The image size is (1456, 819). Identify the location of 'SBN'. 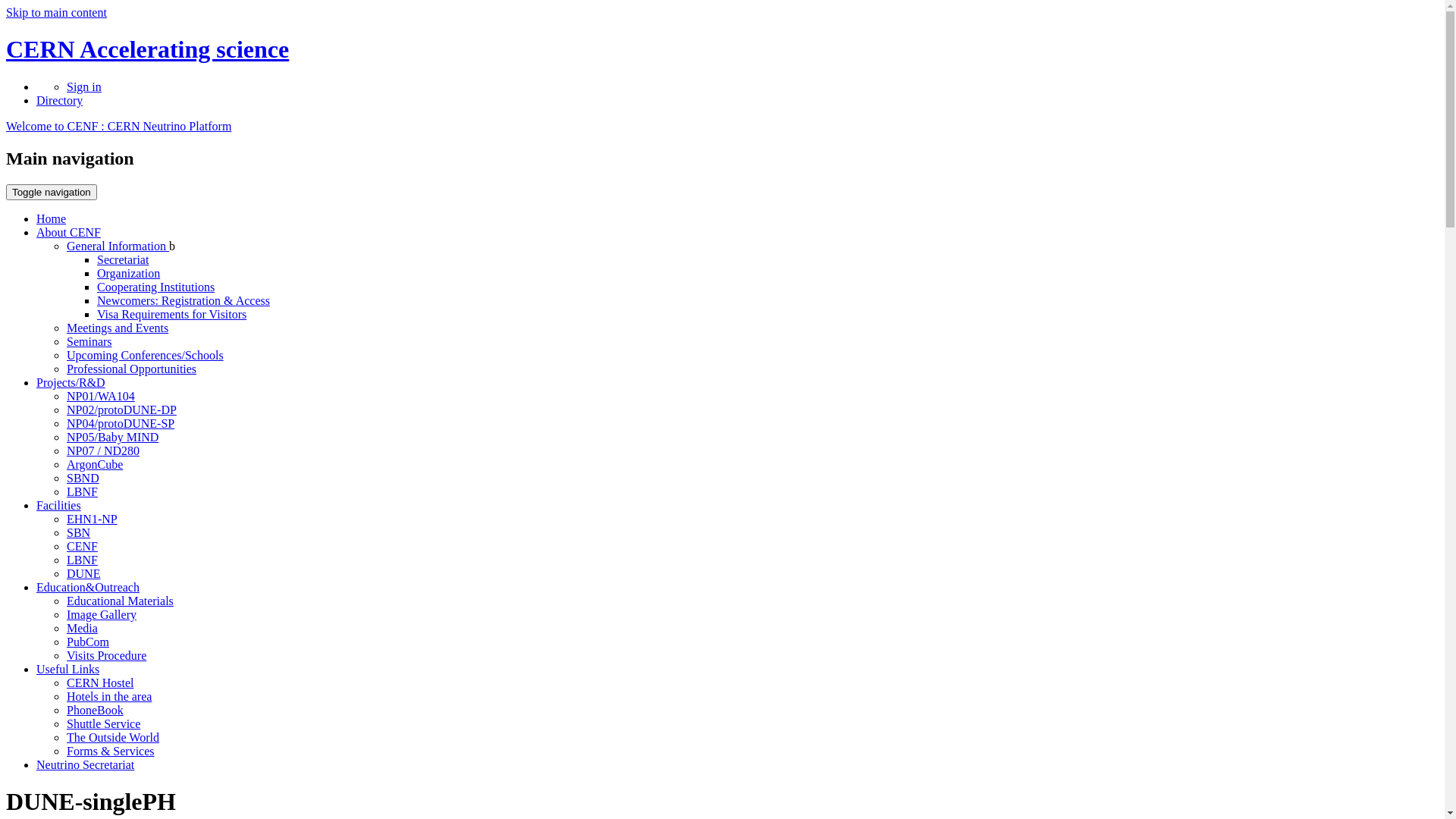
(77, 532).